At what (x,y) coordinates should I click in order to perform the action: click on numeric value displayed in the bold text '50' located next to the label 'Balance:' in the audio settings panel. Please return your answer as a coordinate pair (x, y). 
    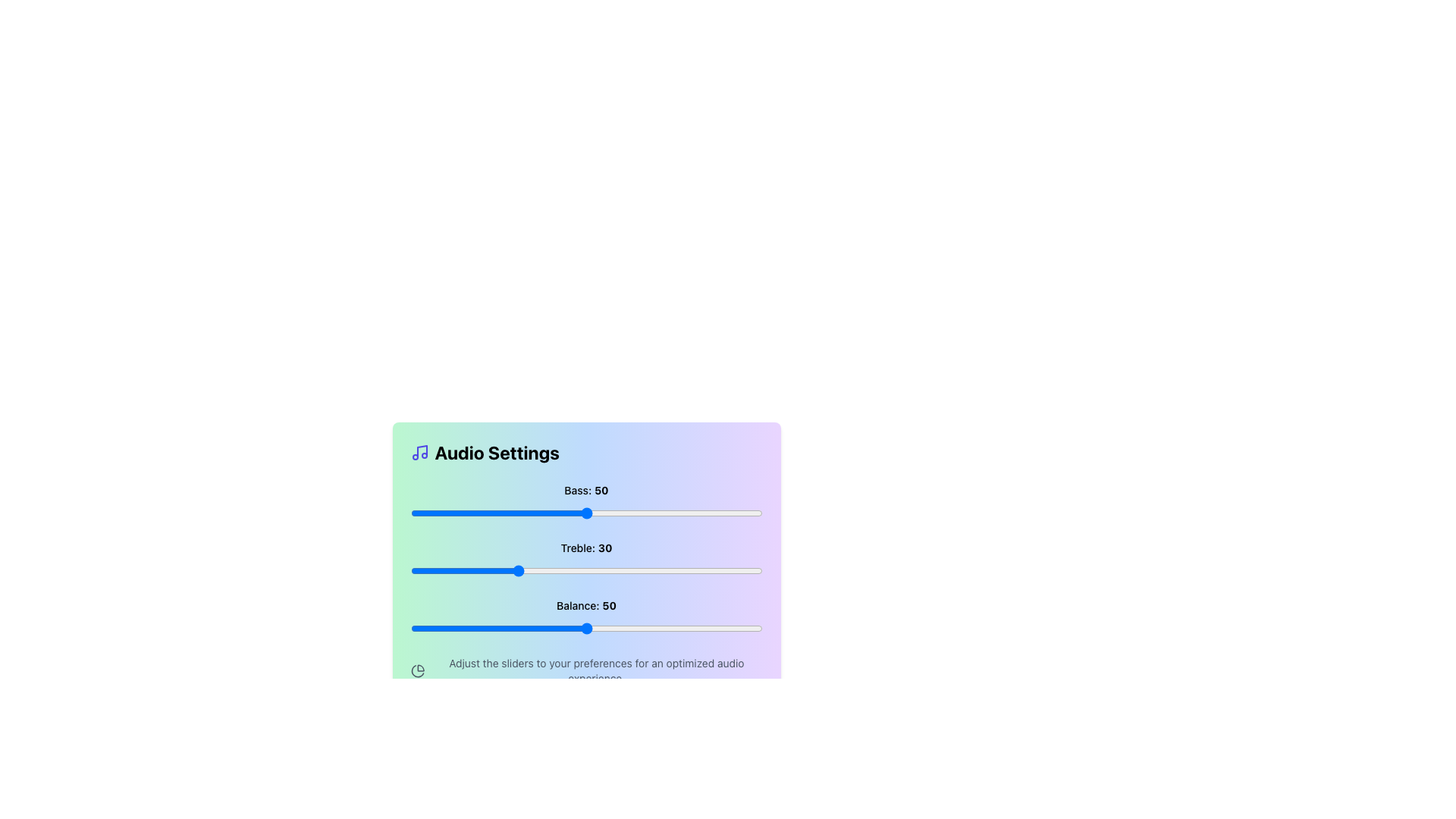
    Looking at the image, I should click on (609, 604).